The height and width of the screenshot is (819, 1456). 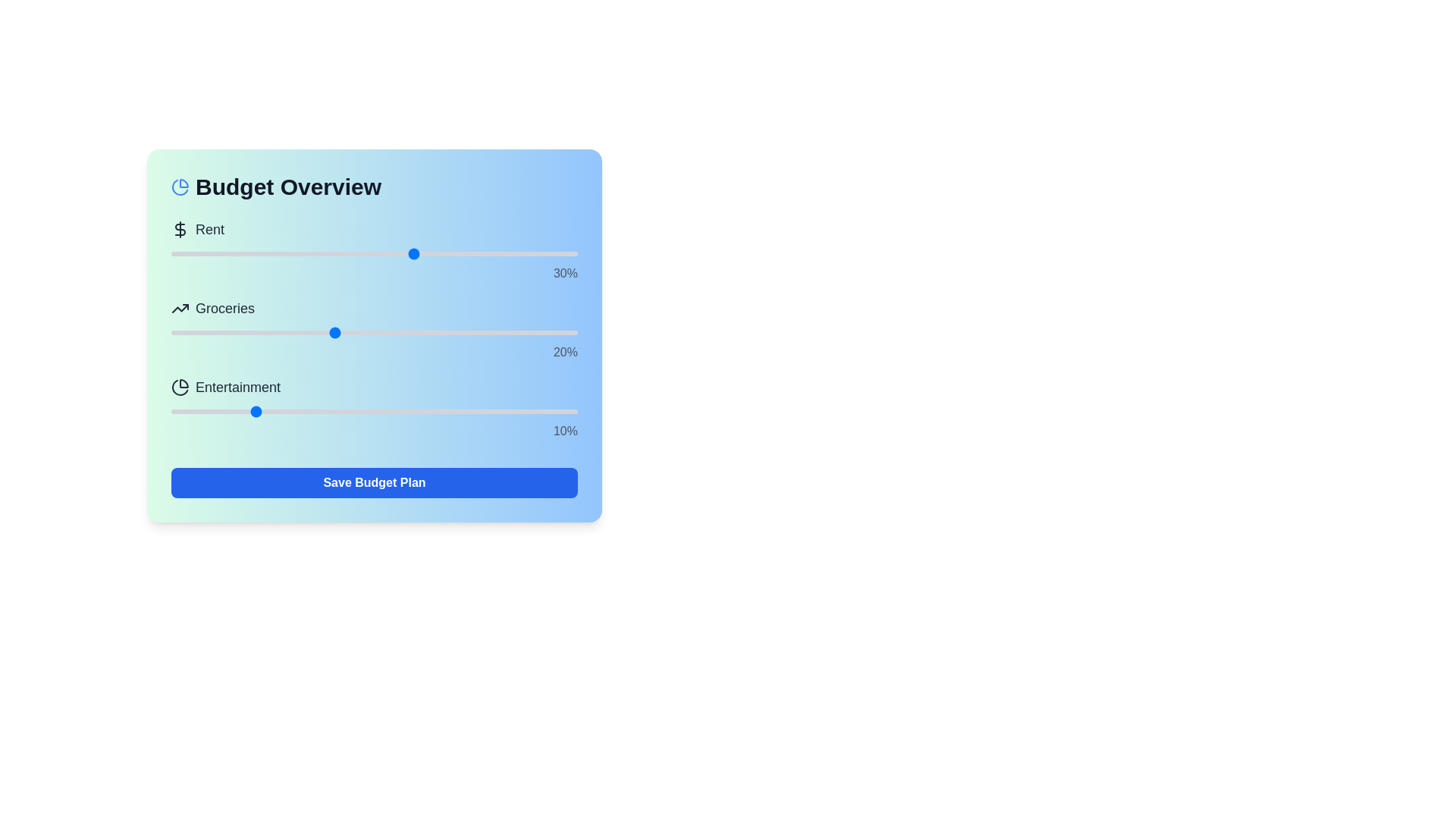 I want to click on the Rent budget allocation, so click(x=341, y=253).